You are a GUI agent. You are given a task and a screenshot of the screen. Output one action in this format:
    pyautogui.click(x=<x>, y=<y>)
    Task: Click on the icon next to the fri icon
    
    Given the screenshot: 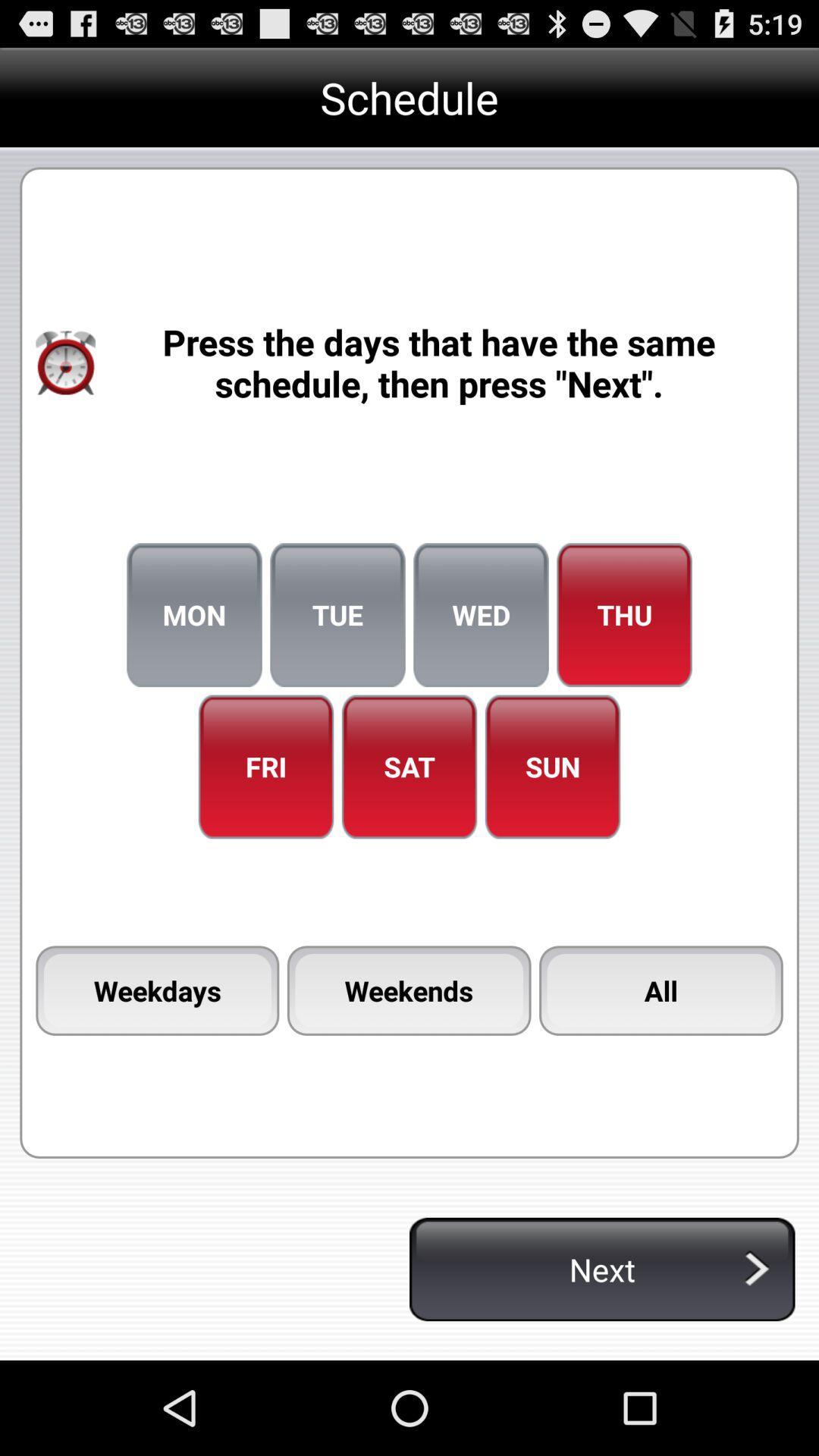 What is the action you would take?
    pyautogui.click(x=409, y=767)
    